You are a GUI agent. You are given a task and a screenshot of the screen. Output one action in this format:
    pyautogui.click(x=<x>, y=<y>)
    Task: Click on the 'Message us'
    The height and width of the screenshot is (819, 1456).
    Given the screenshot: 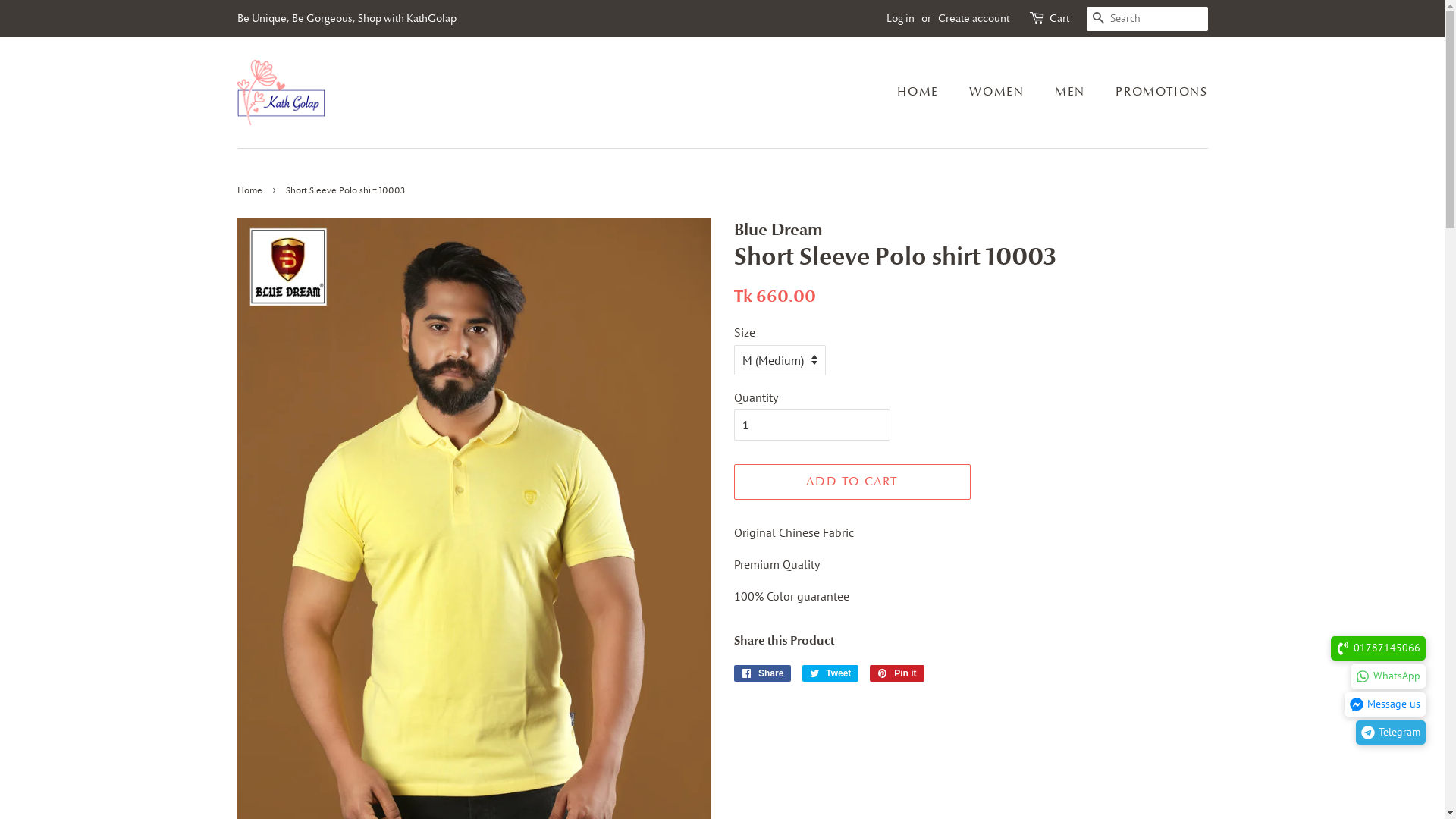 What is the action you would take?
    pyautogui.click(x=1385, y=704)
    